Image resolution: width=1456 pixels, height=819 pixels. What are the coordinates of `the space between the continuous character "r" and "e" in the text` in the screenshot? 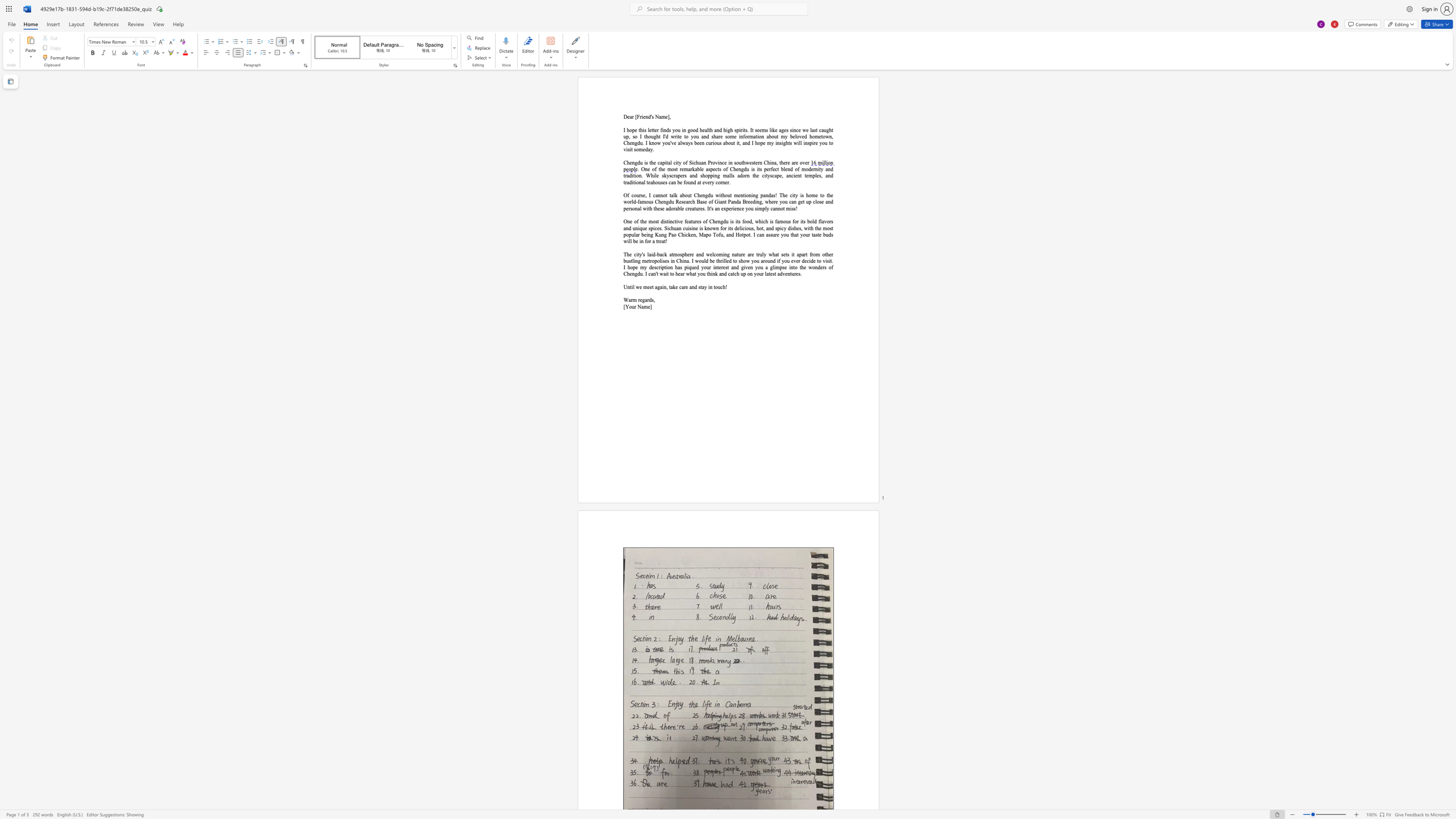 It's located at (681, 169).